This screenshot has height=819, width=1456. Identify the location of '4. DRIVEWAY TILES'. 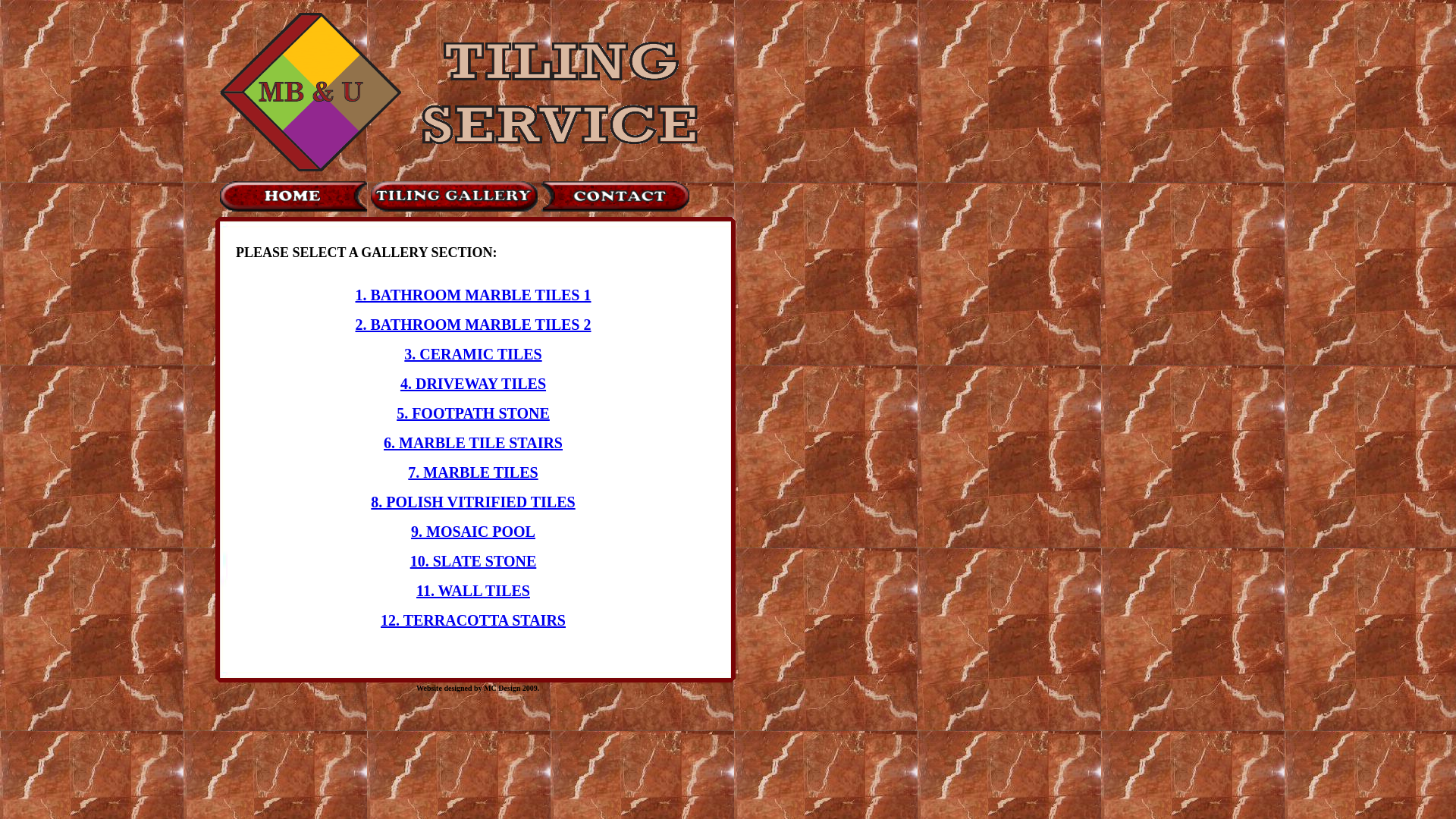
(472, 382).